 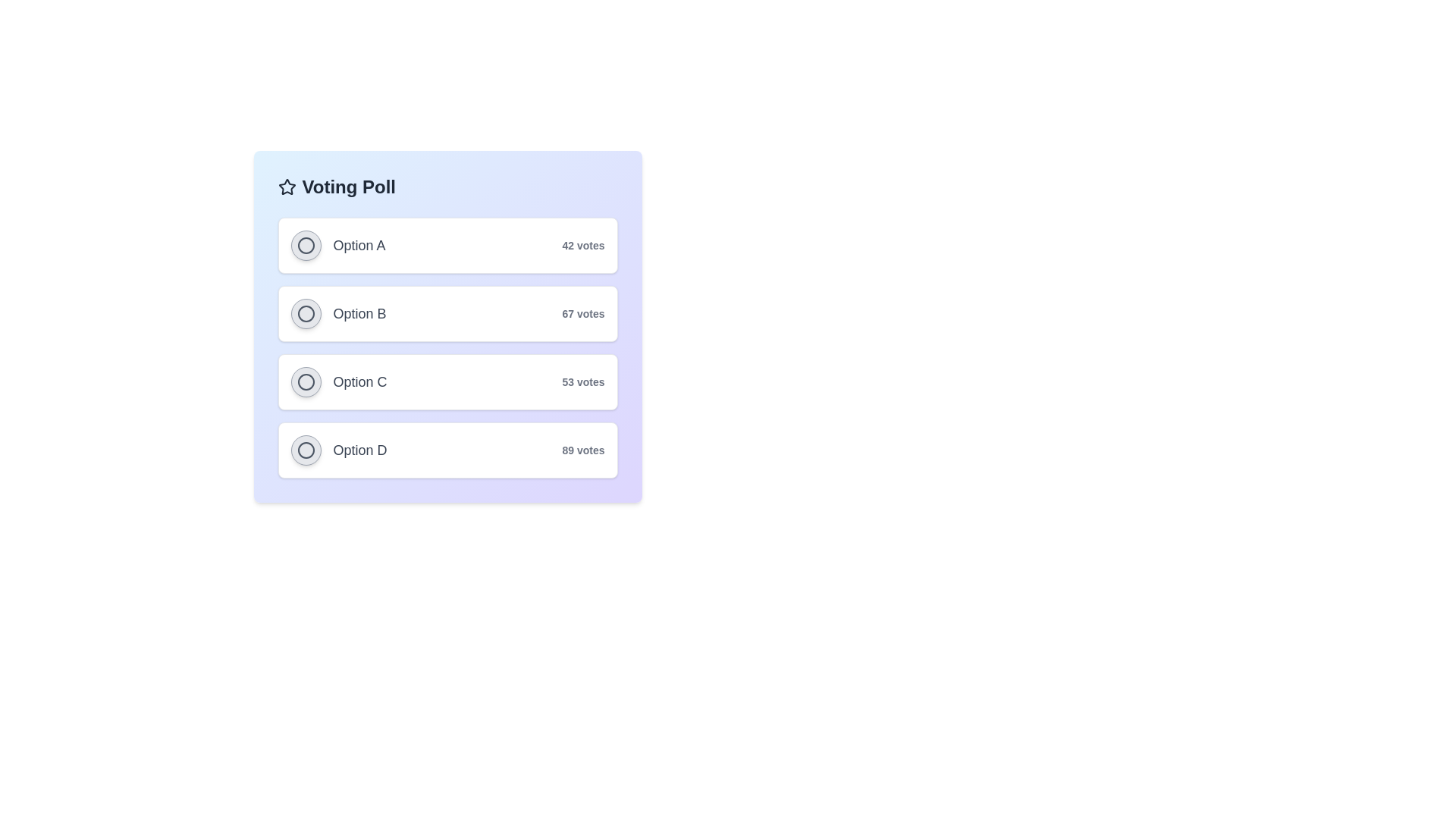 What do you see at coordinates (582, 312) in the screenshot?
I see `the text element displaying '67 votes', styled in gray and located at the far-right side of the voting option box for 'Option B'` at bounding box center [582, 312].